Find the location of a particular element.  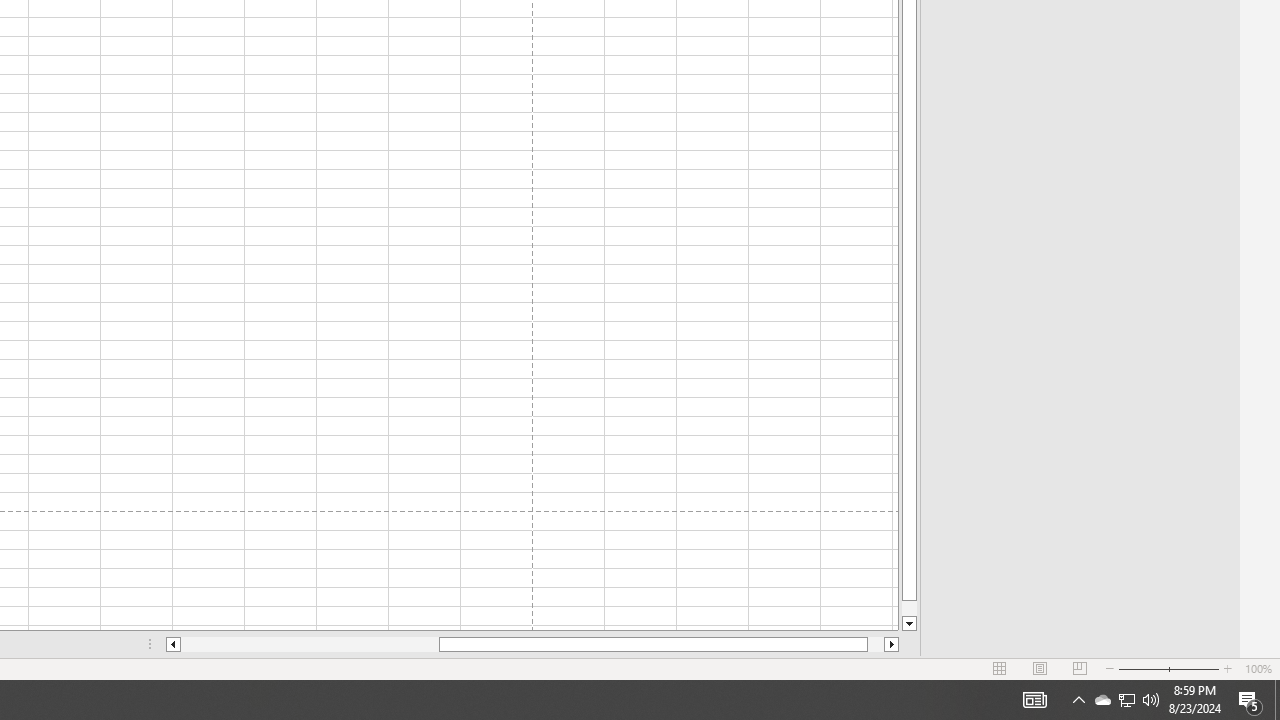

'Action Center, 5 new notifications' is located at coordinates (1250, 698).